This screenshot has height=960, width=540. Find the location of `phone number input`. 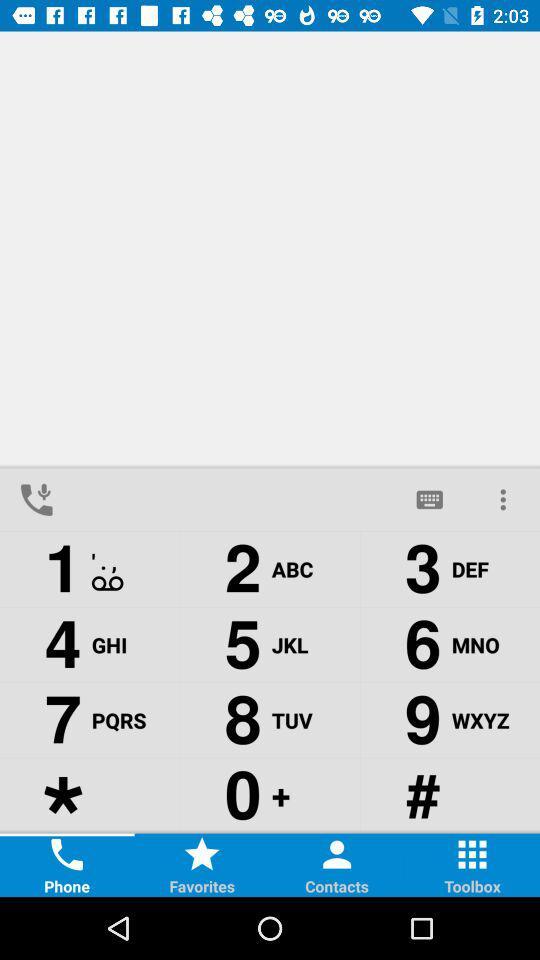

phone number input is located at coordinates (232, 498).